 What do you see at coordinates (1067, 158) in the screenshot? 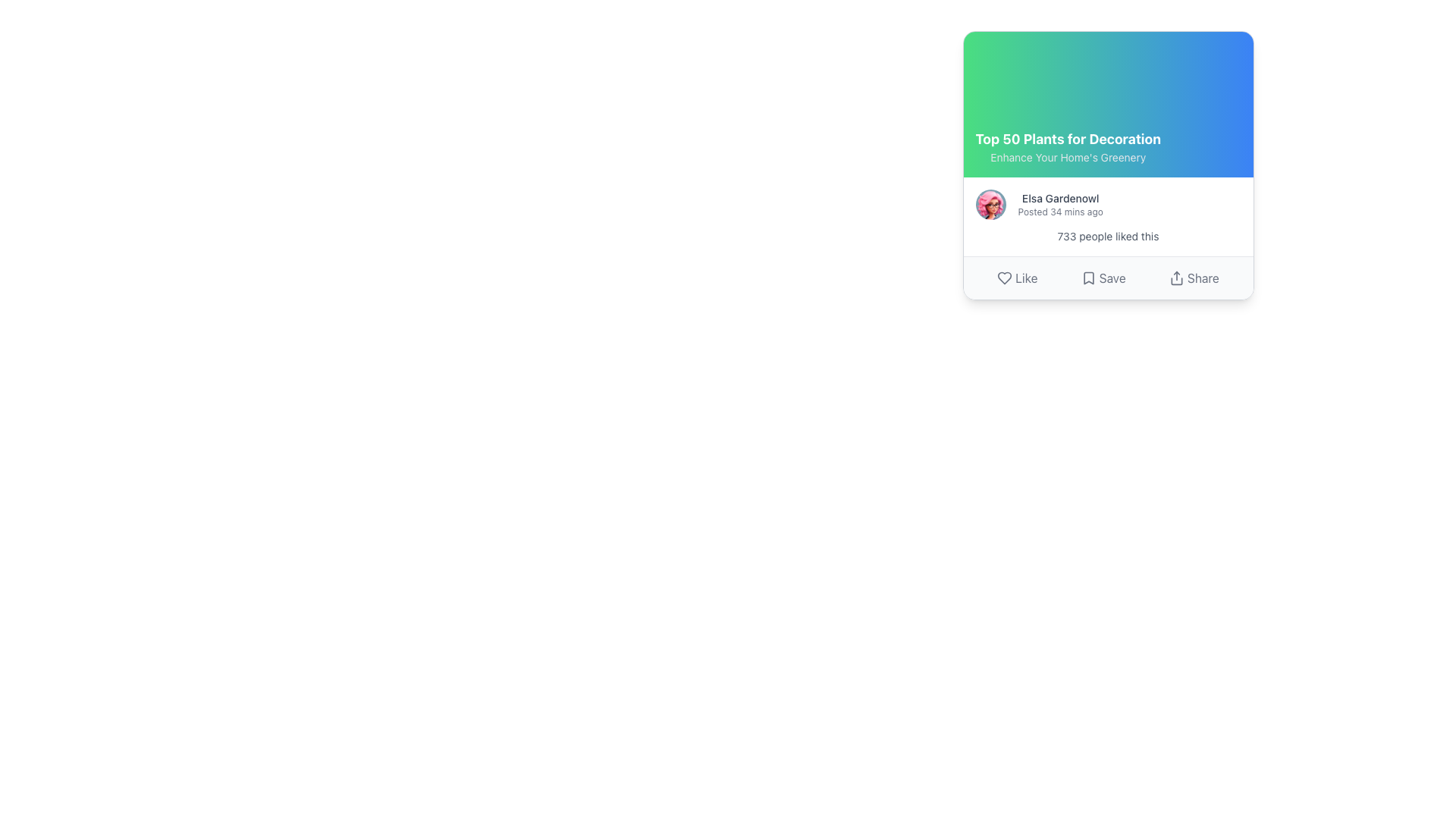
I see `the static text label that provides additional context below the title 'Top 50 Plants for Decoration'` at bounding box center [1067, 158].